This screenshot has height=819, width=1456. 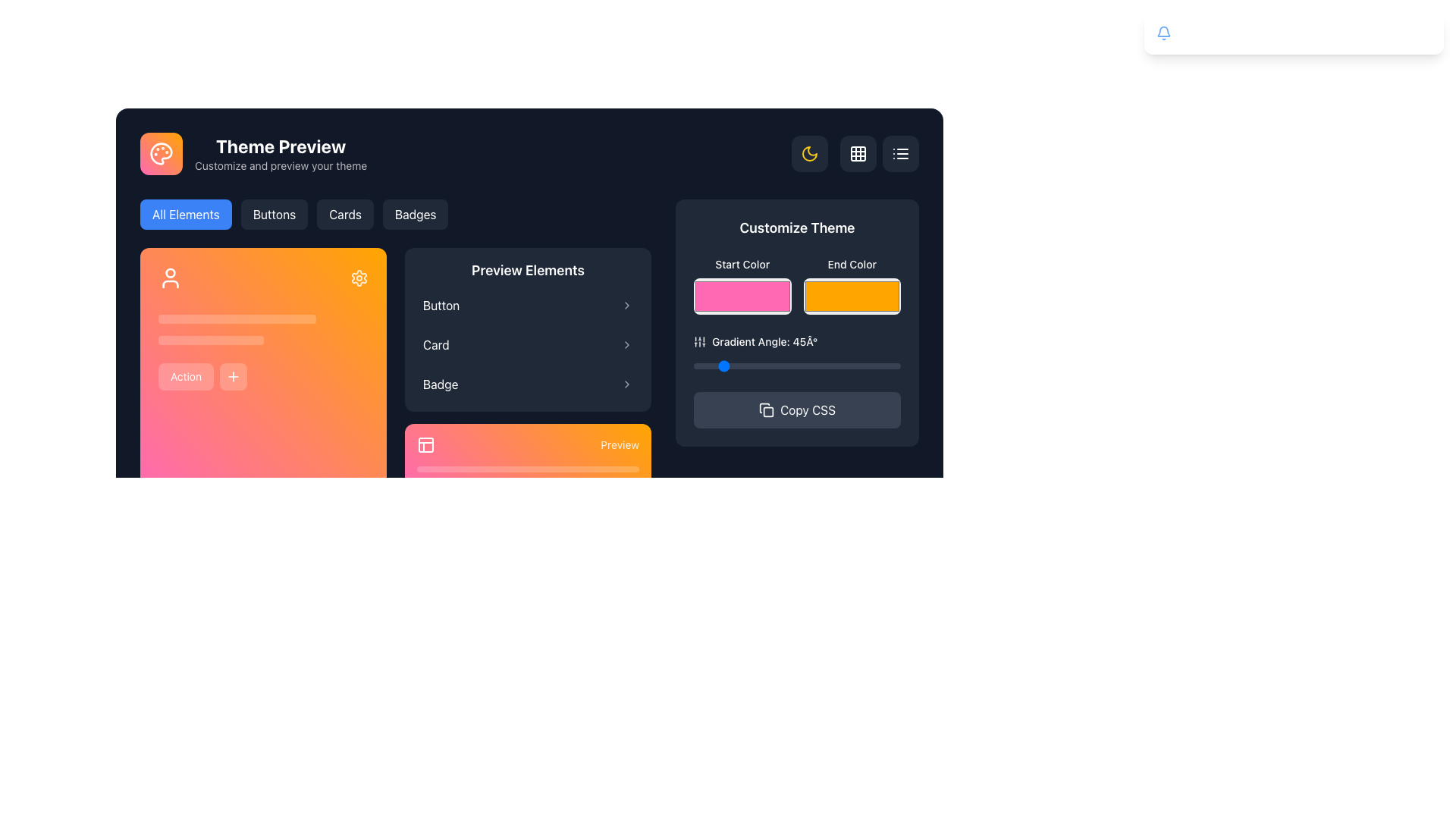 What do you see at coordinates (751, 366) in the screenshot?
I see `the gradient angle` at bounding box center [751, 366].